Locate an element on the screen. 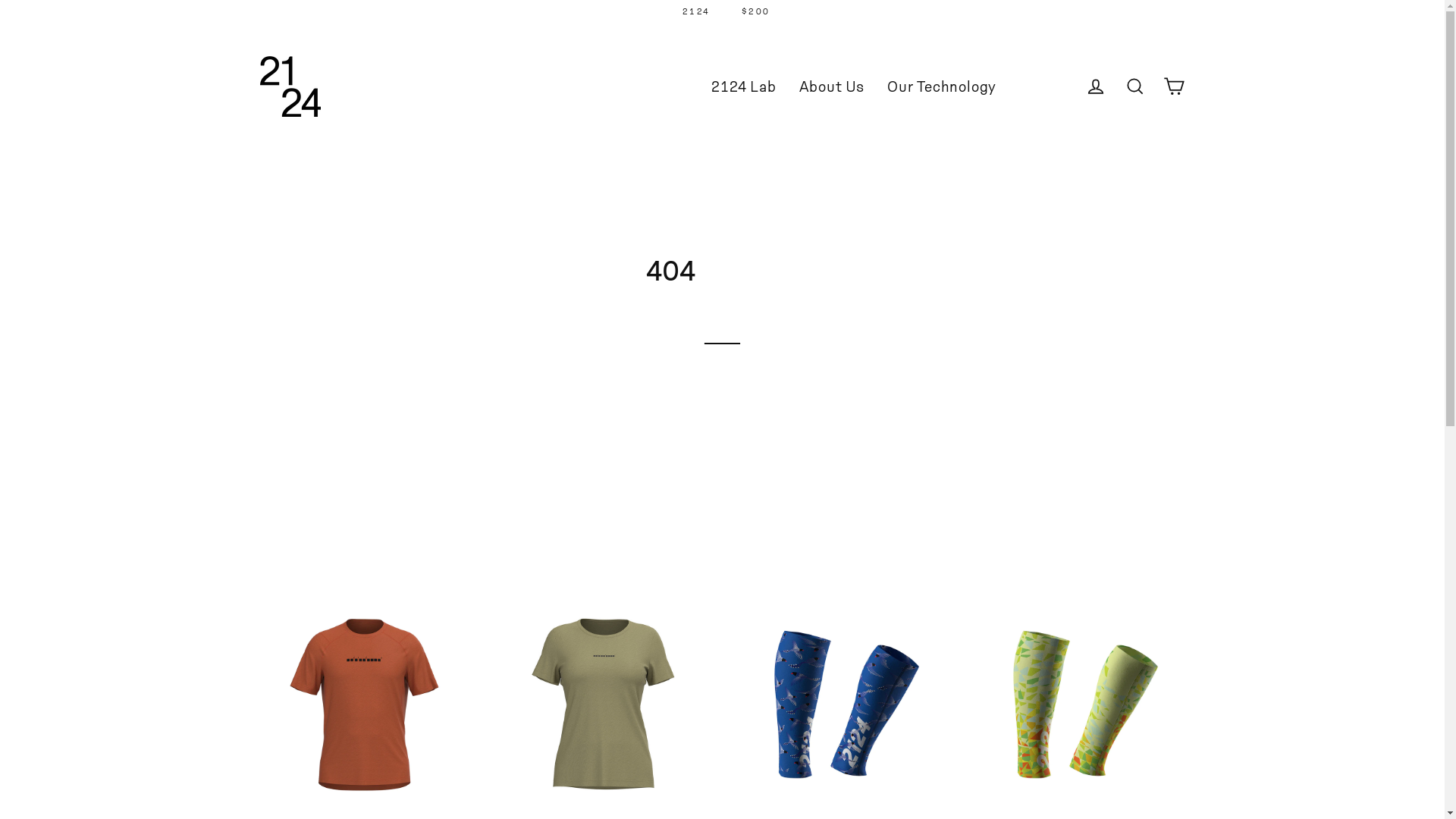  '2124 Lab' is located at coordinates (743, 86).